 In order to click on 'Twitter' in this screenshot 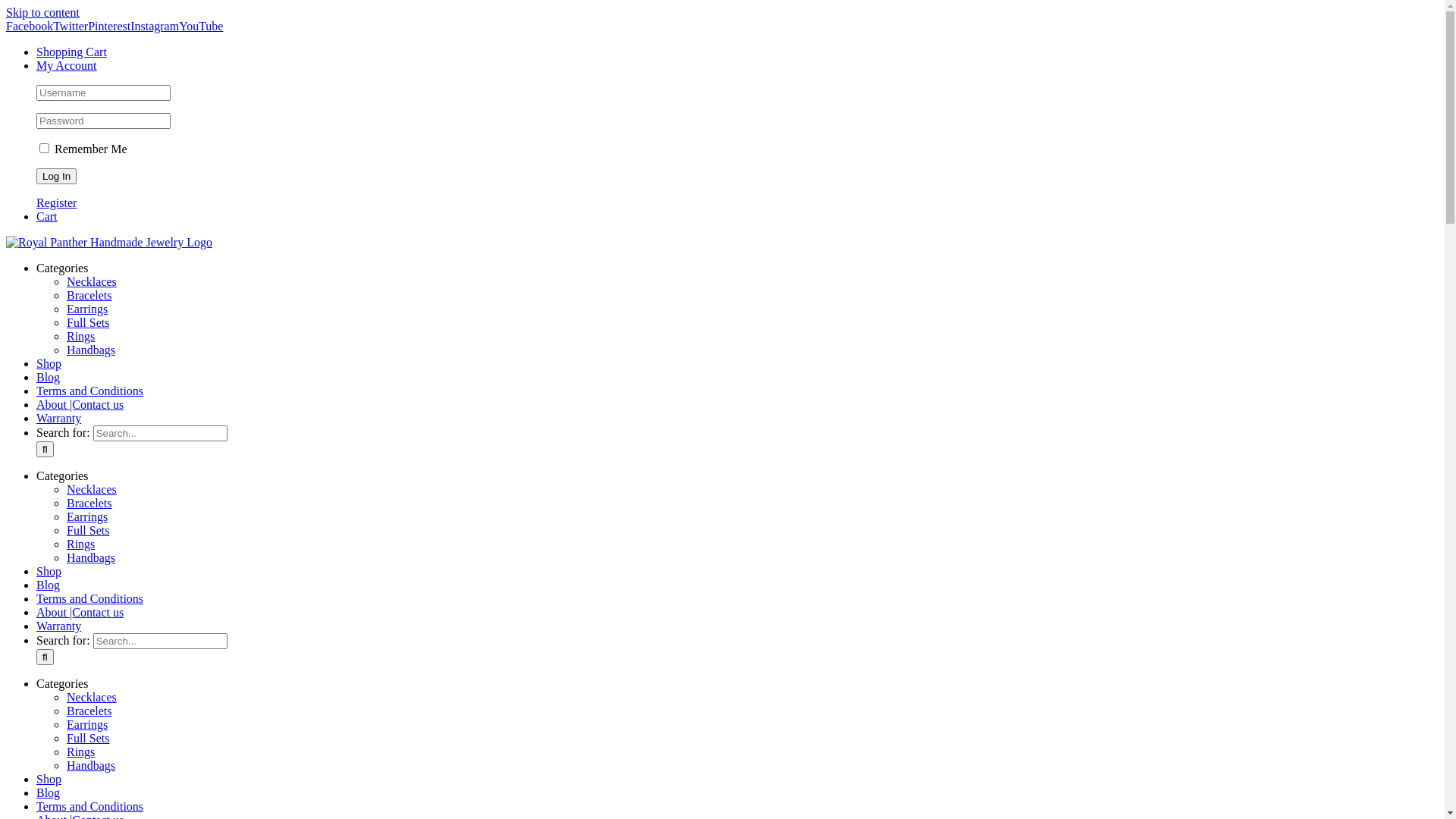, I will do `click(69, 26)`.